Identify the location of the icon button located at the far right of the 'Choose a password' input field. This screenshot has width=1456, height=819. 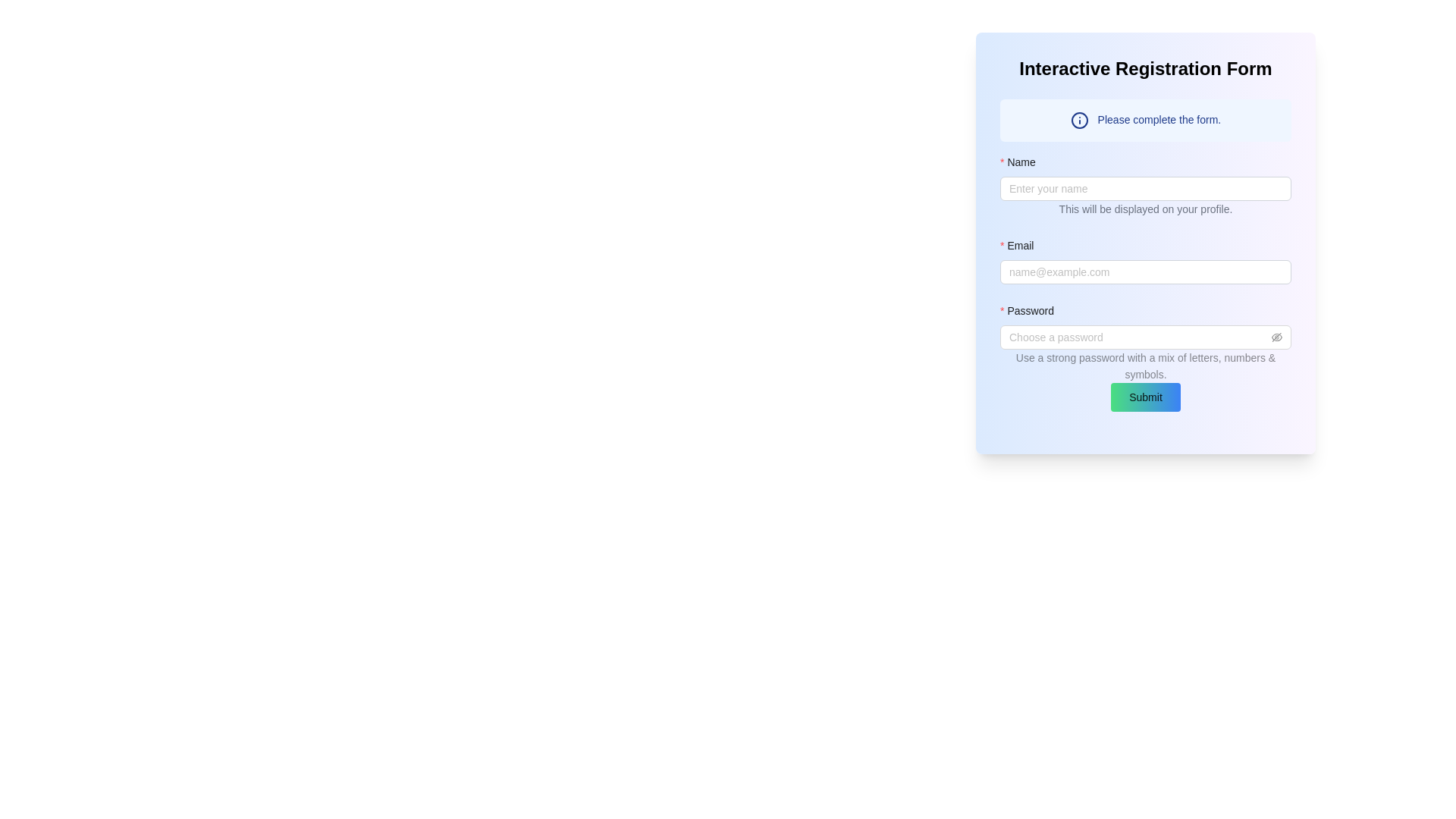
(1276, 336).